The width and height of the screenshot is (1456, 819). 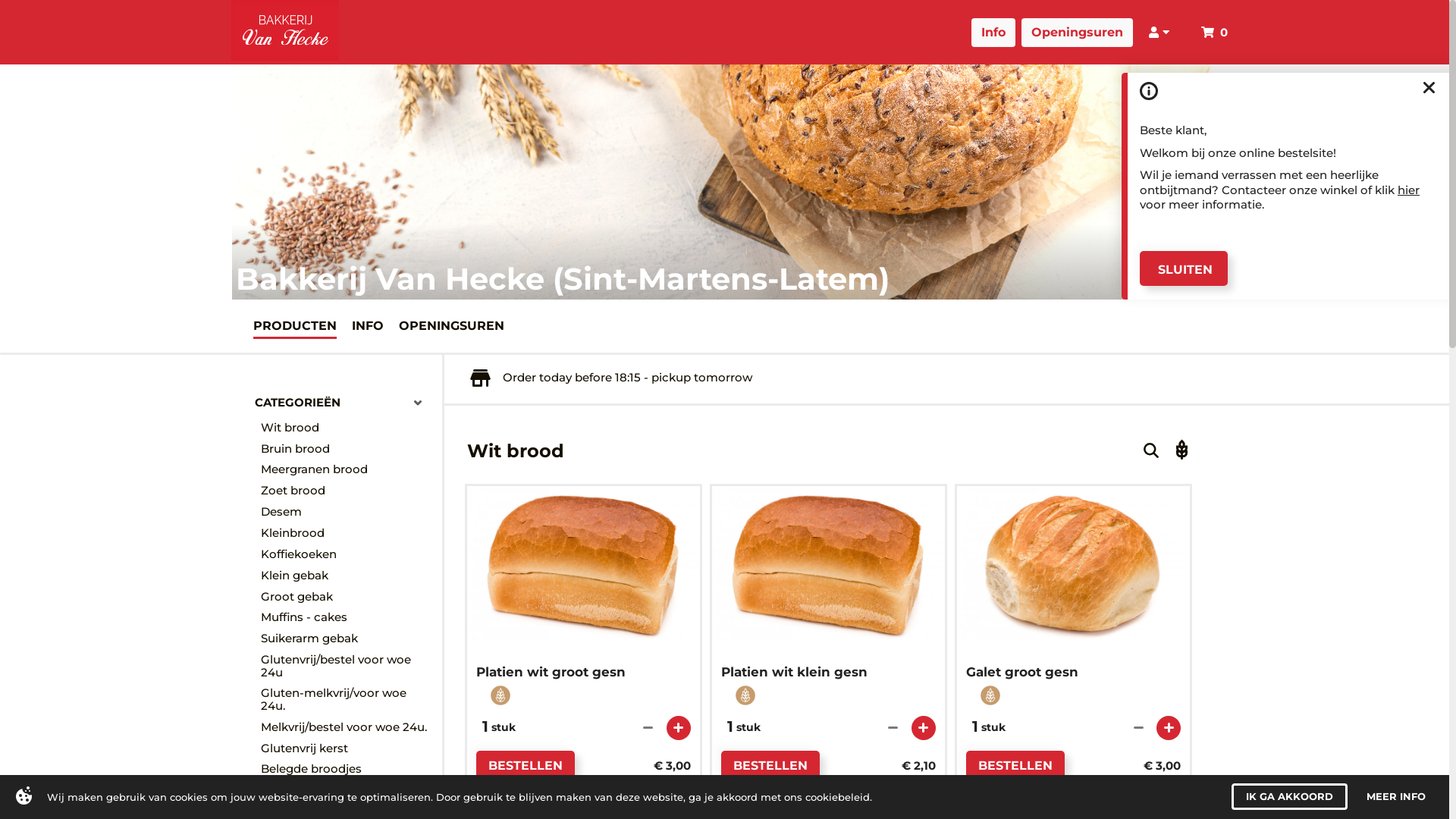 What do you see at coordinates (261, 617) in the screenshot?
I see `'Muffins - cakes'` at bounding box center [261, 617].